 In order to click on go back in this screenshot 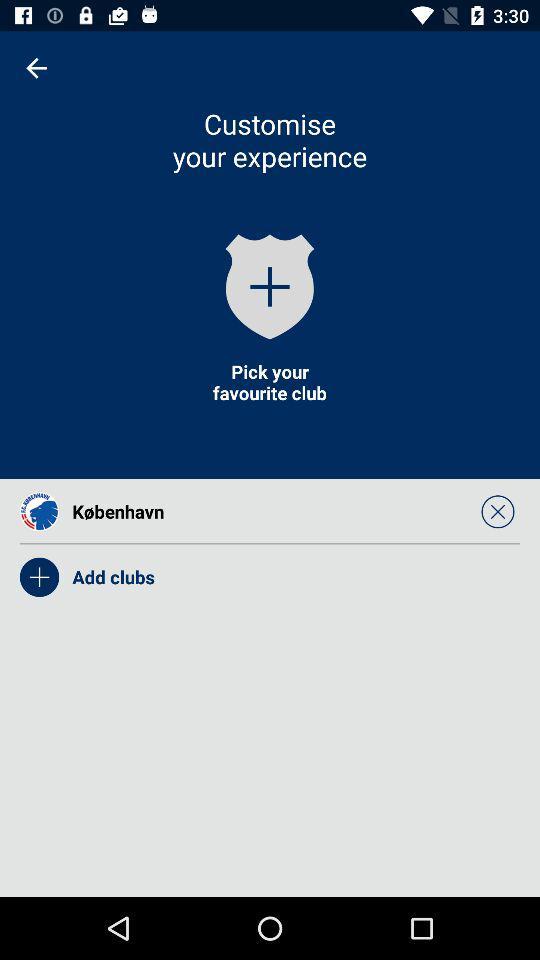, I will do `click(36, 68)`.